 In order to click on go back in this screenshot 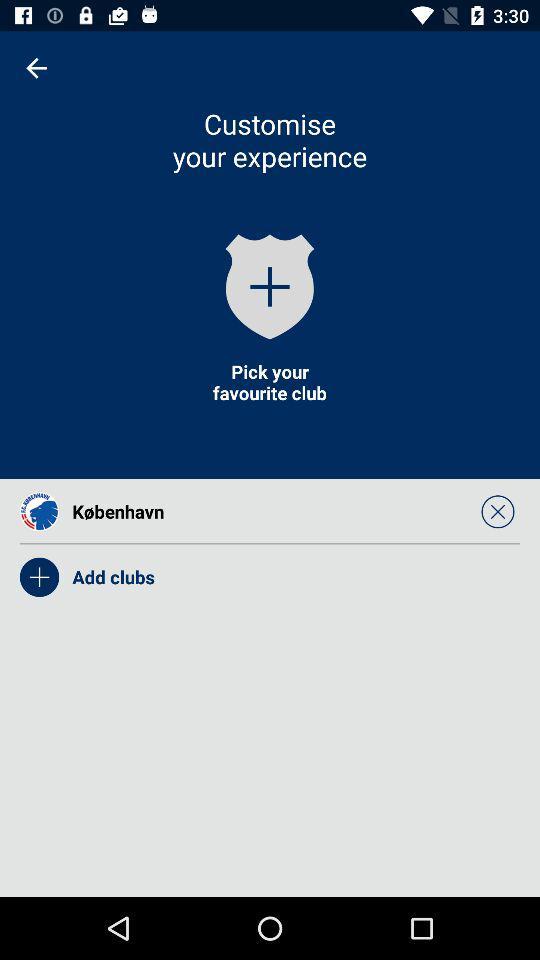, I will do `click(36, 68)`.